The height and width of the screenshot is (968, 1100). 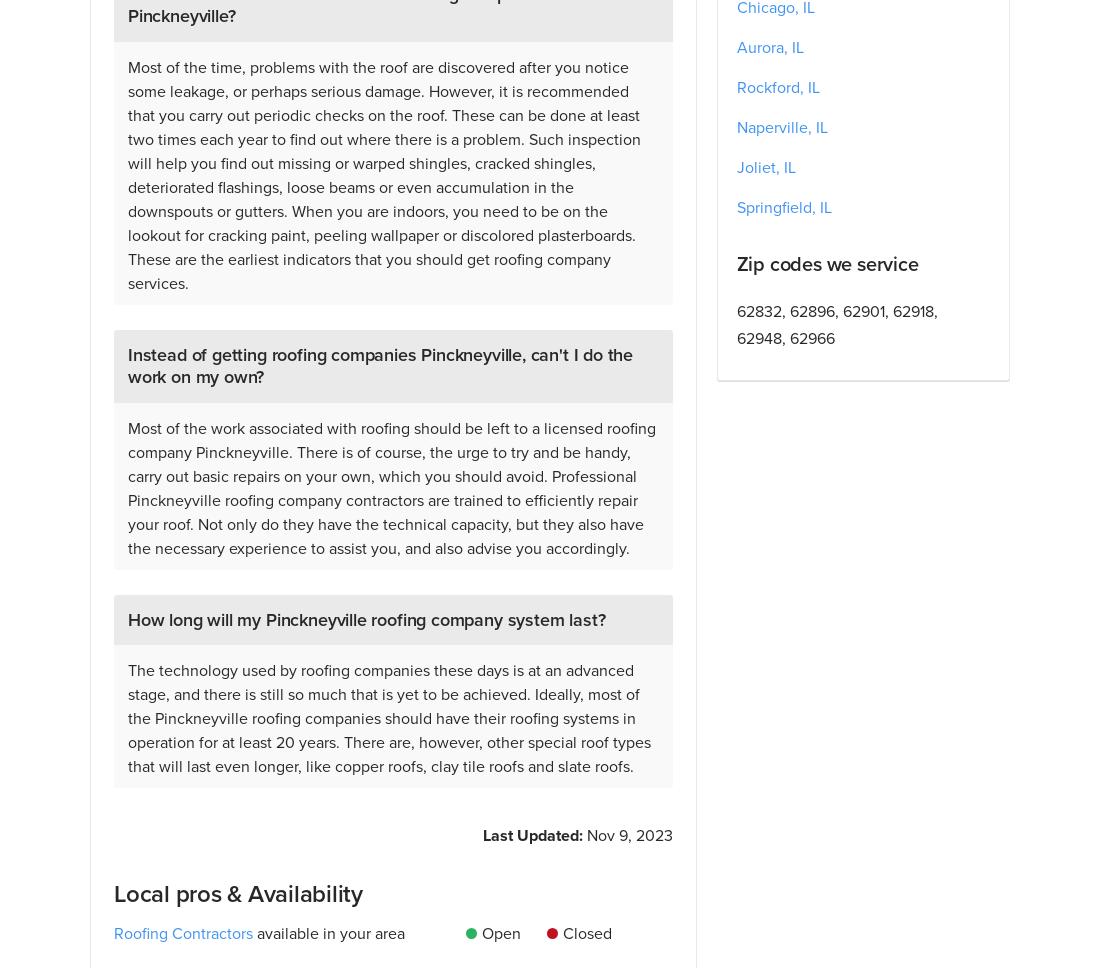 What do you see at coordinates (482, 835) in the screenshot?
I see `'Last Updated:'` at bounding box center [482, 835].